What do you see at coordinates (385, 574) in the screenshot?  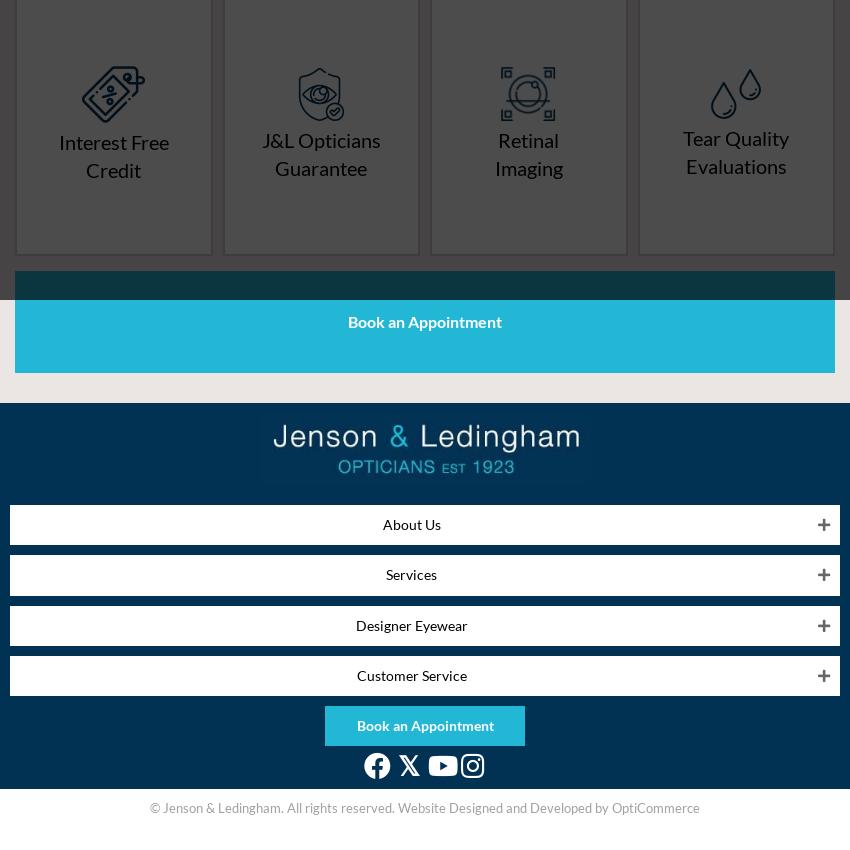 I see `'Services'` at bounding box center [385, 574].